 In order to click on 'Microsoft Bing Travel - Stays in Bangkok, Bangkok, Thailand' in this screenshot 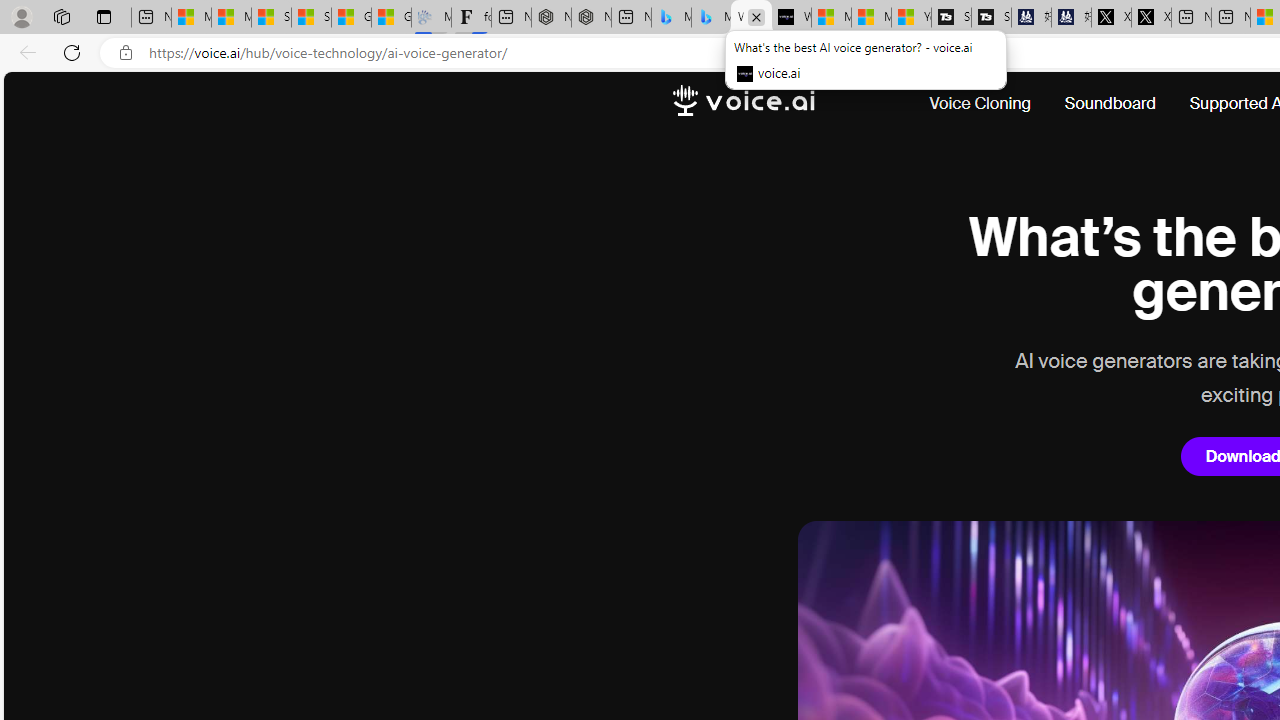, I will do `click(671, 17)`.